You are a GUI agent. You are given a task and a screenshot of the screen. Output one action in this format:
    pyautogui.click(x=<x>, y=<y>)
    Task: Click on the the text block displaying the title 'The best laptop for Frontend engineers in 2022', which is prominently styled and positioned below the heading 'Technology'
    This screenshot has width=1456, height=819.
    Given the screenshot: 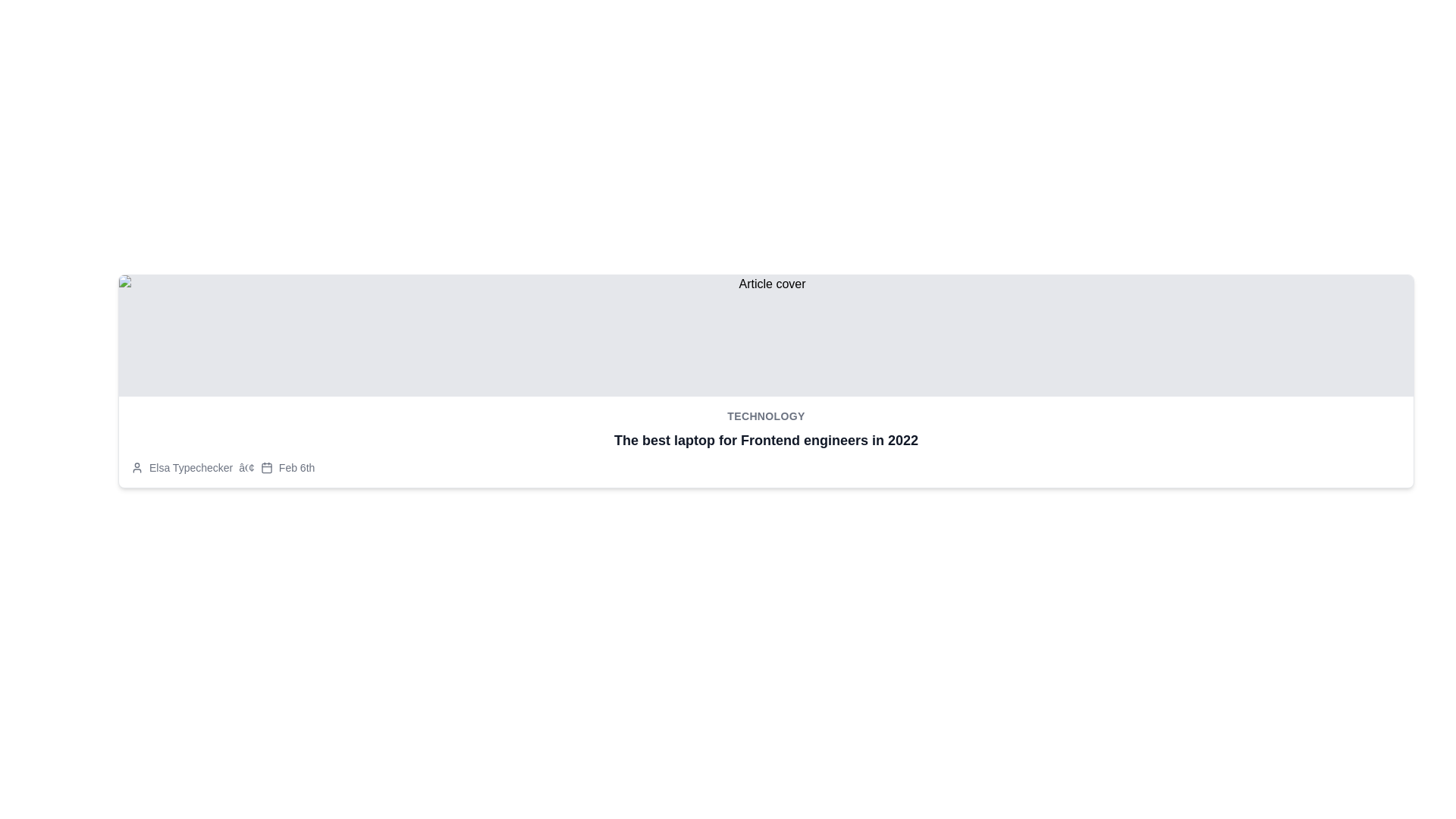 What is the action you would take?
    pyautogui.click(x=766, y=441)
    